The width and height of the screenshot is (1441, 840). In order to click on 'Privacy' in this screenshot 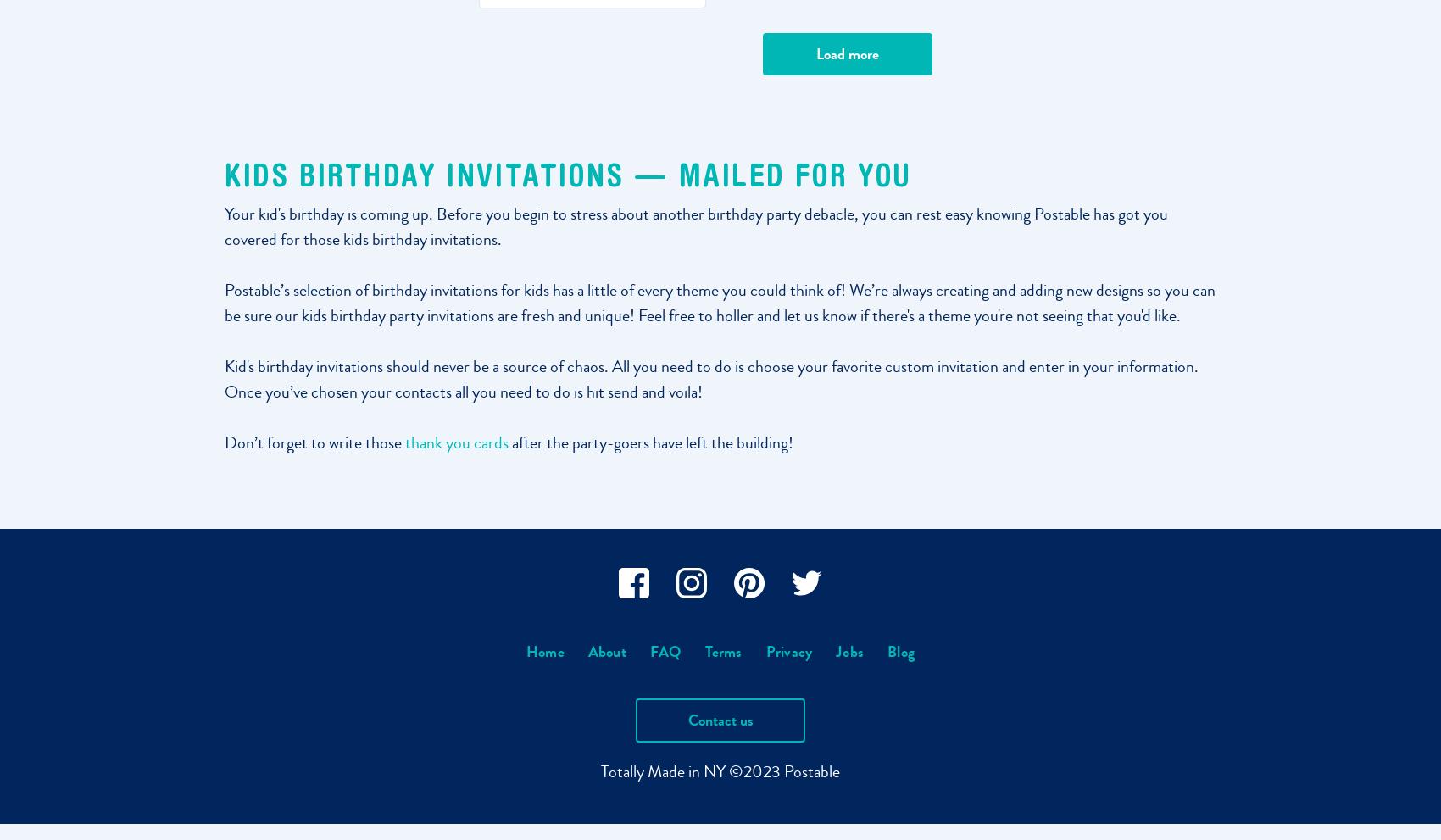, I will do `click(788, 652)`.